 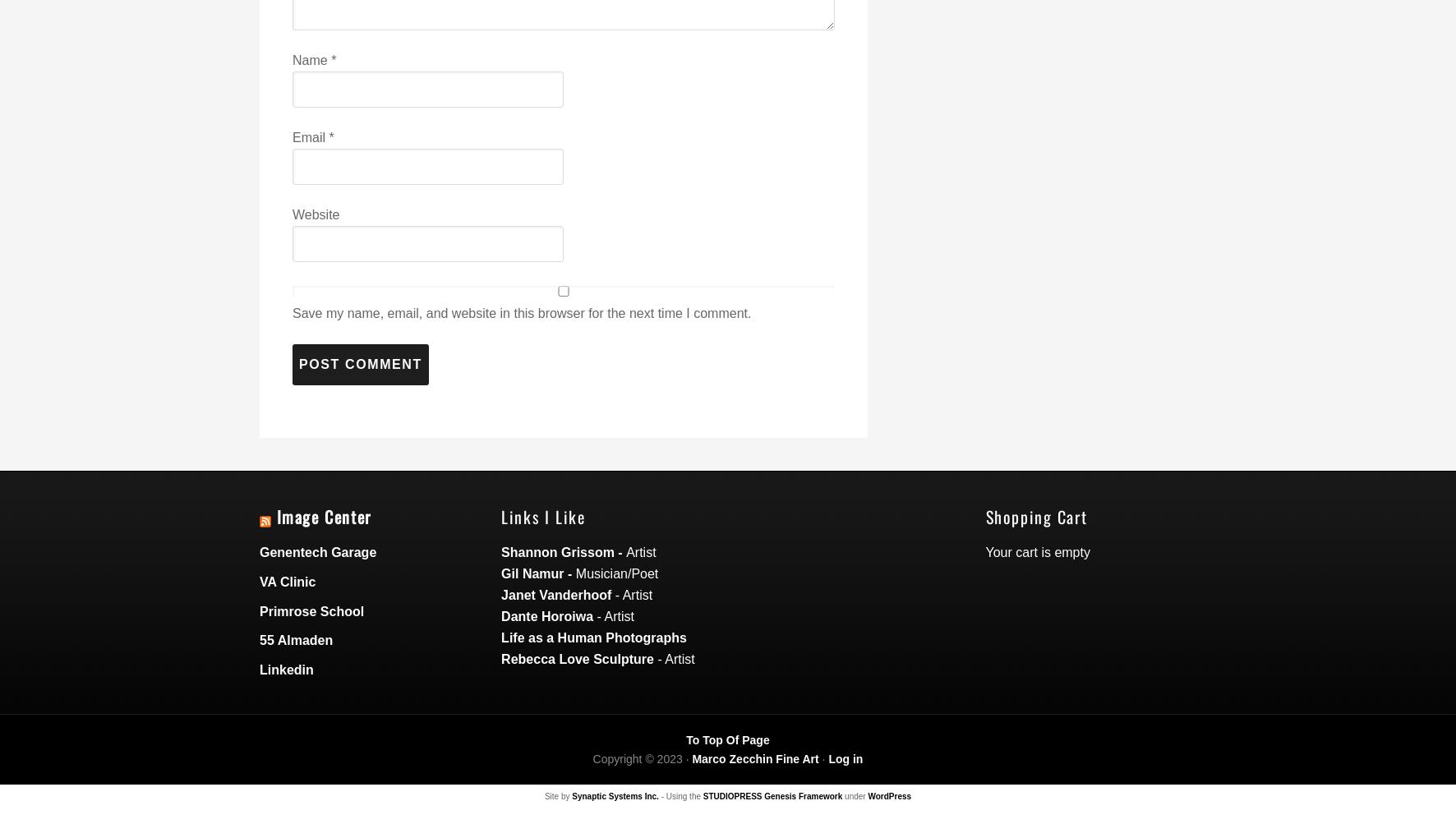 I want to click on 'Linkedin', so click(x=258, y=669).